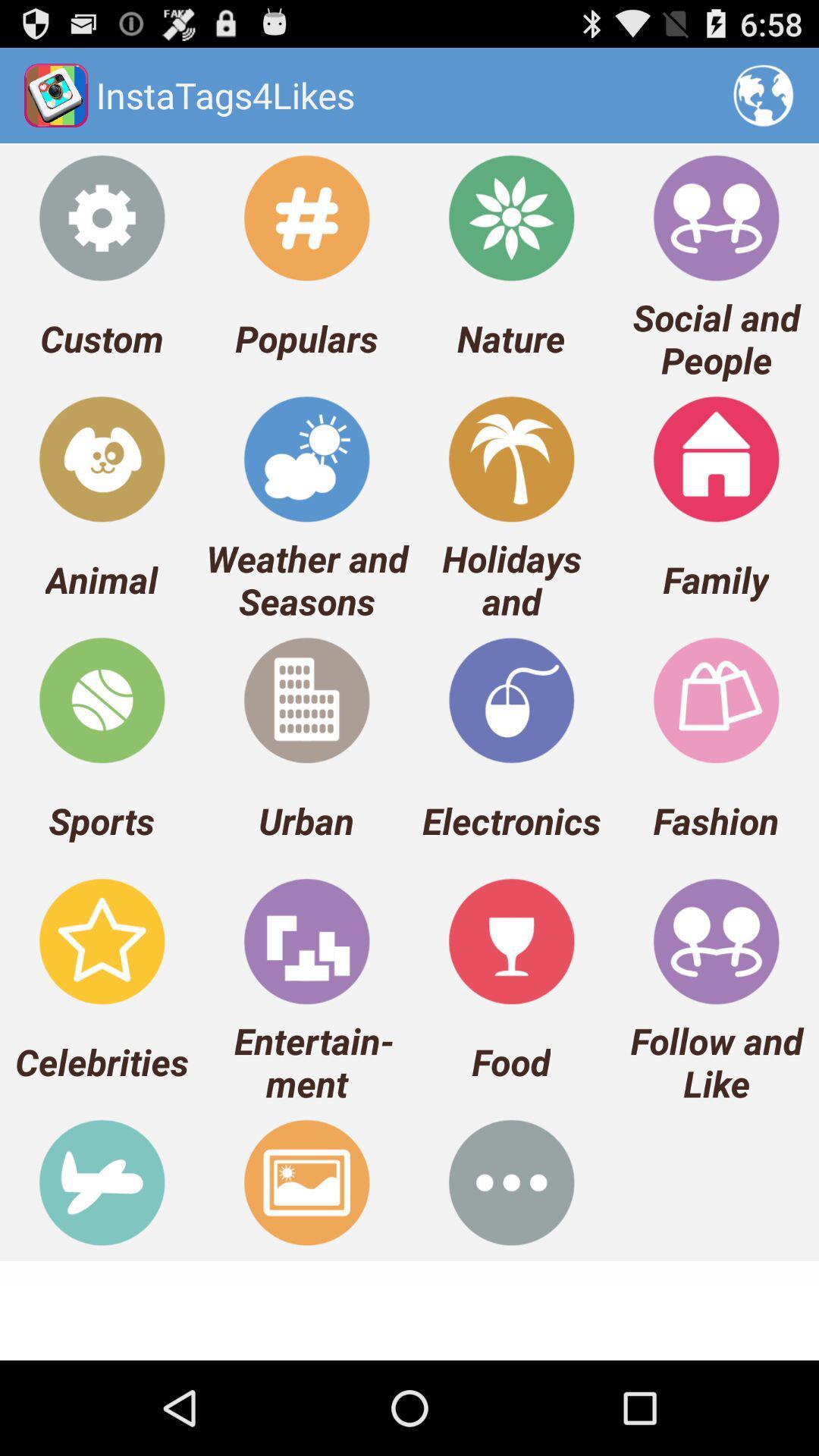 Image resolution: width=819 pixels, height=1456 pixels. Describe the element at coordinates (102, 217) in the screenshot. I see `the icon above custom` at that location.